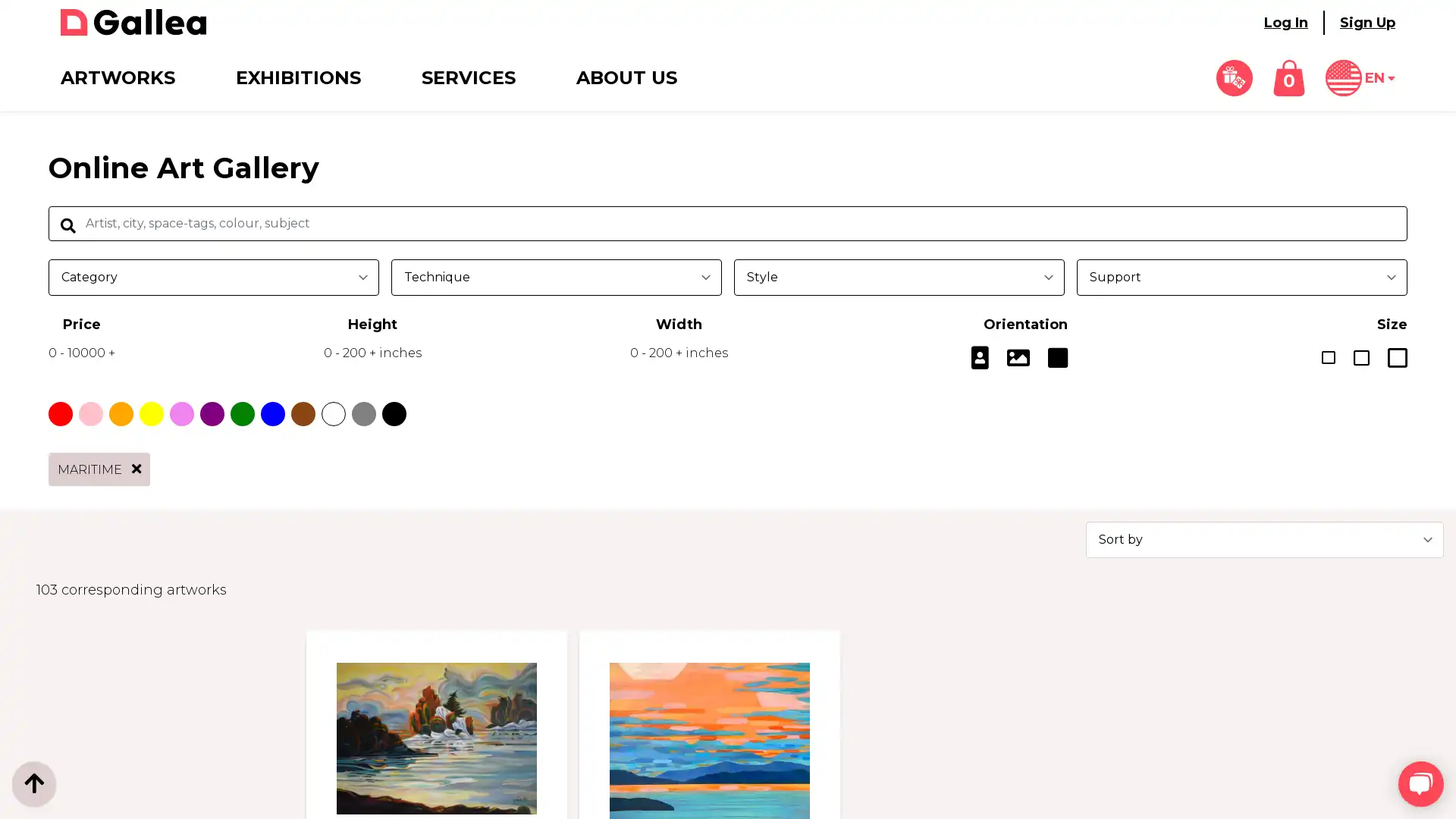 The height and width of the screenshot is (819, 1456). I want to click on EN, so click(1360, 78).